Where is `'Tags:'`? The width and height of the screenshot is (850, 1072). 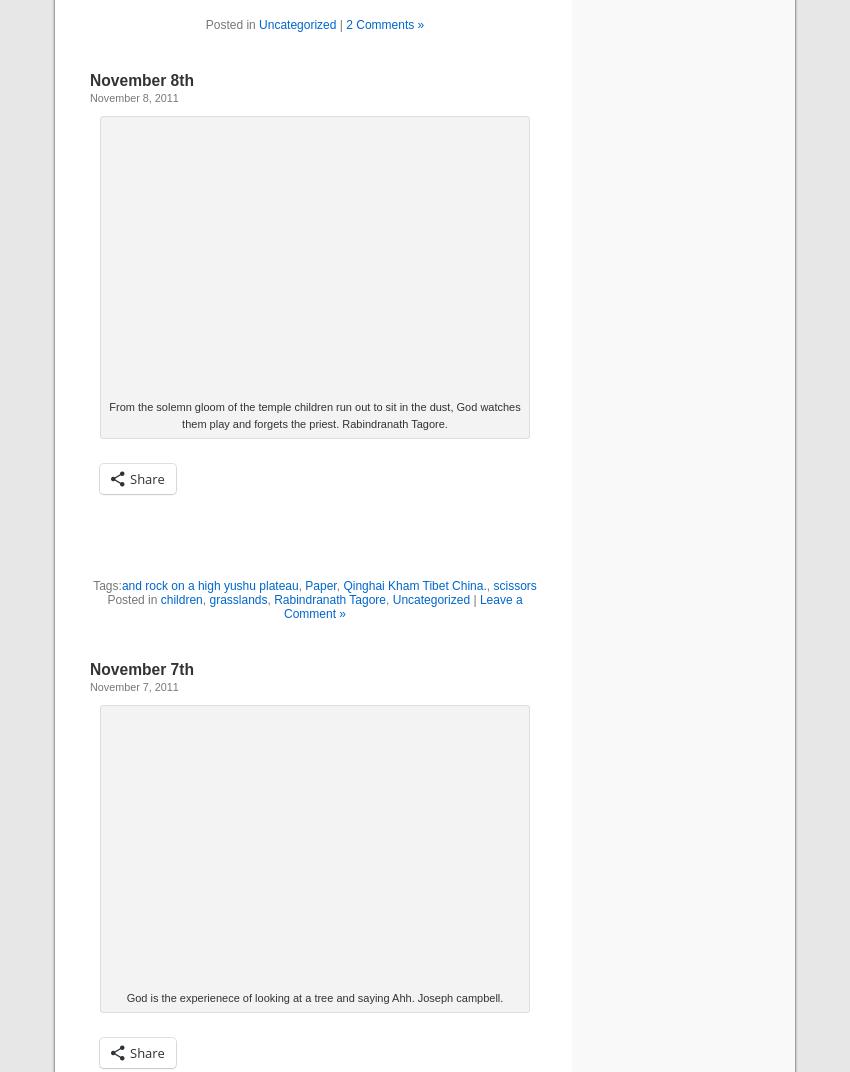
'Tags:' is located at coordinates (91, 584).